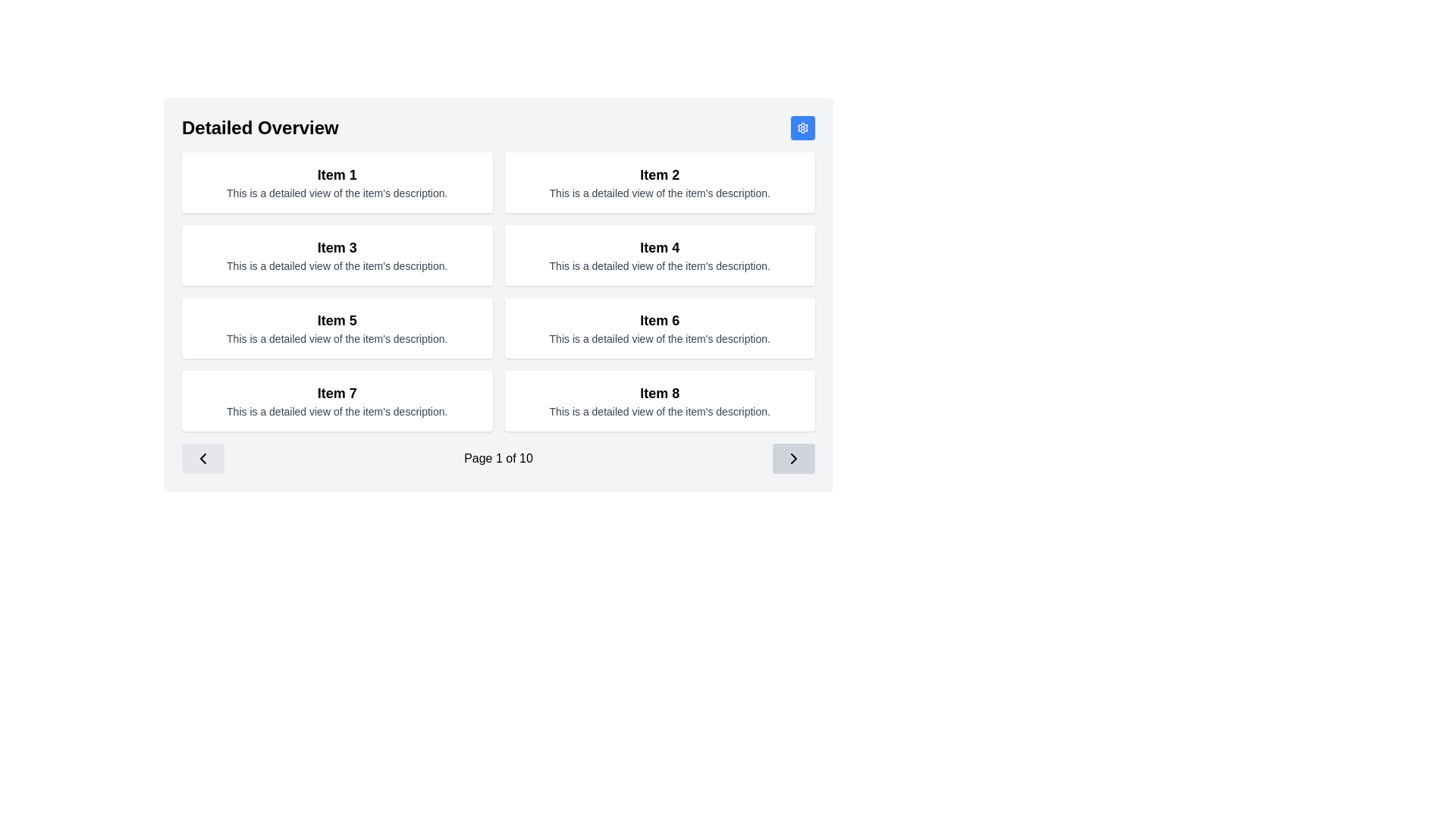 The width and height of the screenshot is (1456, 819). Describe the element at coordinates (336, 247) in the screenshot. I see `the text component labeled 'Item 3', which is styled in bold and large font, located in the second column and second row of a grid layout` at that location.